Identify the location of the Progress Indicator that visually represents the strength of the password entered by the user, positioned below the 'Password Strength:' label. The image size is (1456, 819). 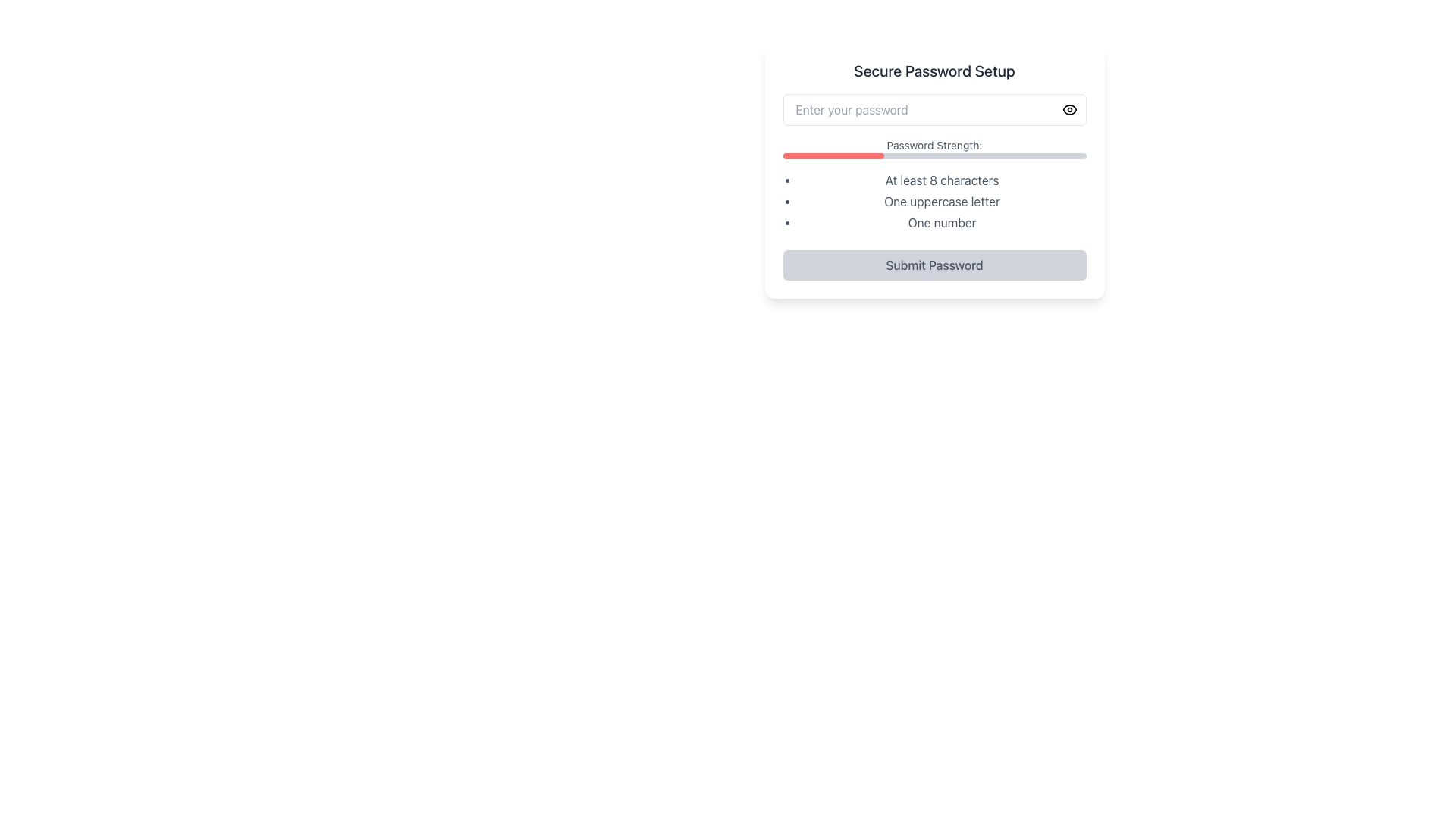
(934, 155).